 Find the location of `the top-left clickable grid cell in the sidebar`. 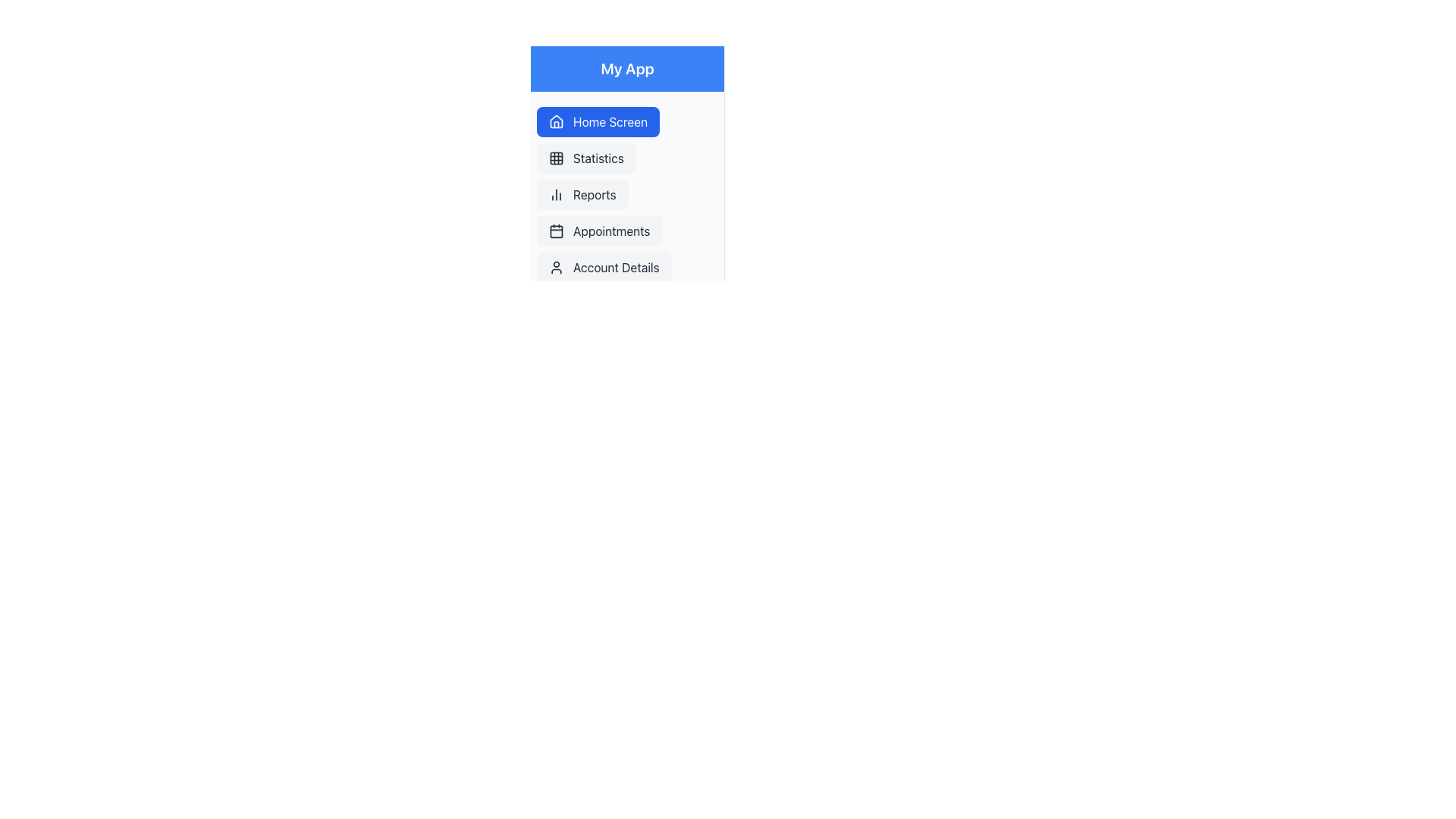

the top-left clickable grid cell in the sidebar is located at coordinates (556, 158).